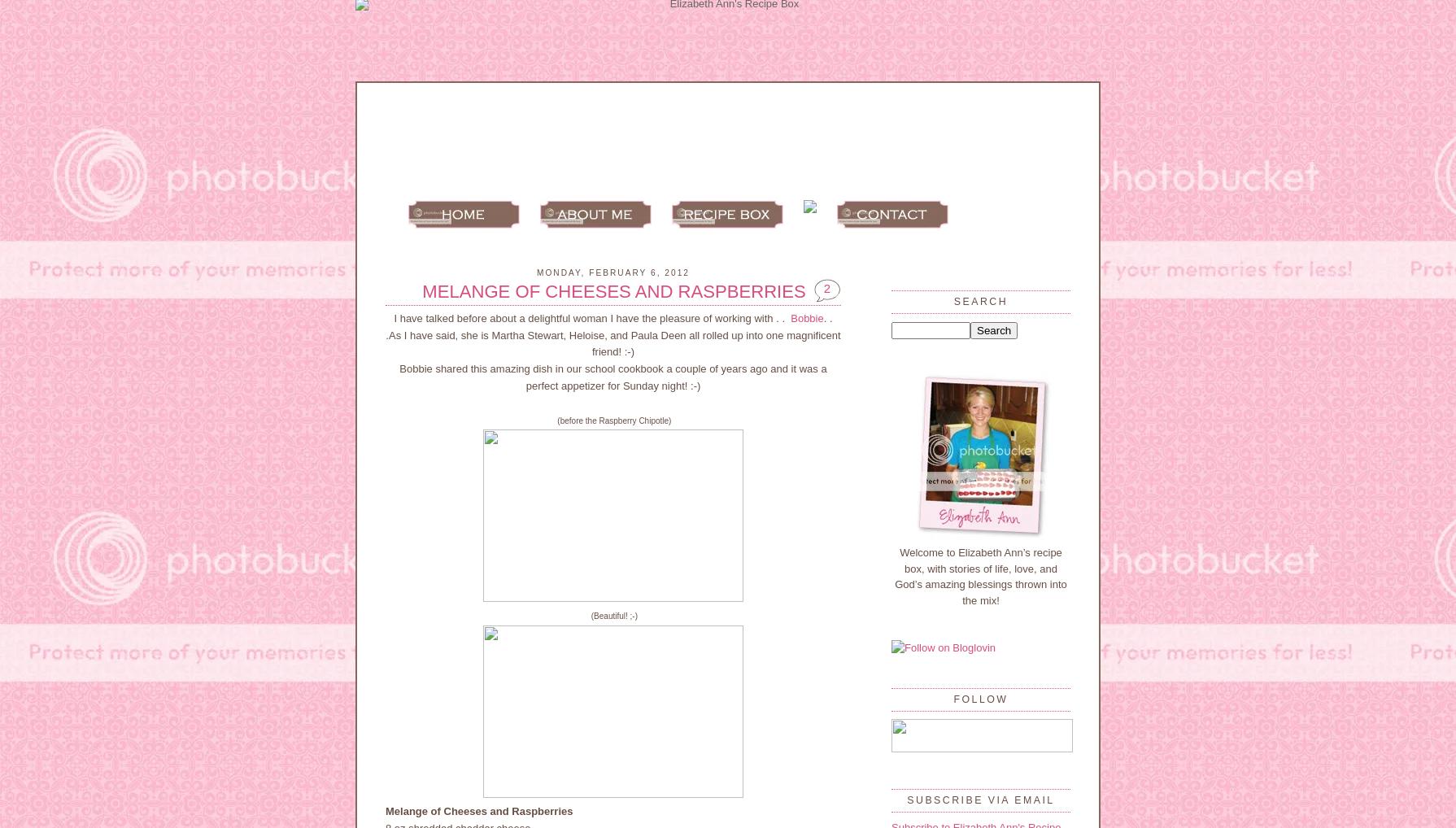 This screenshot has width=1456, height=828. Describe the element at coordinates (612, 377) in the screenshot. I see `'Bobbie shared this amazing dish in our school cookbook a couple of years ago and it was a perfect appetizer for Sunday night! :-)'` at that location.